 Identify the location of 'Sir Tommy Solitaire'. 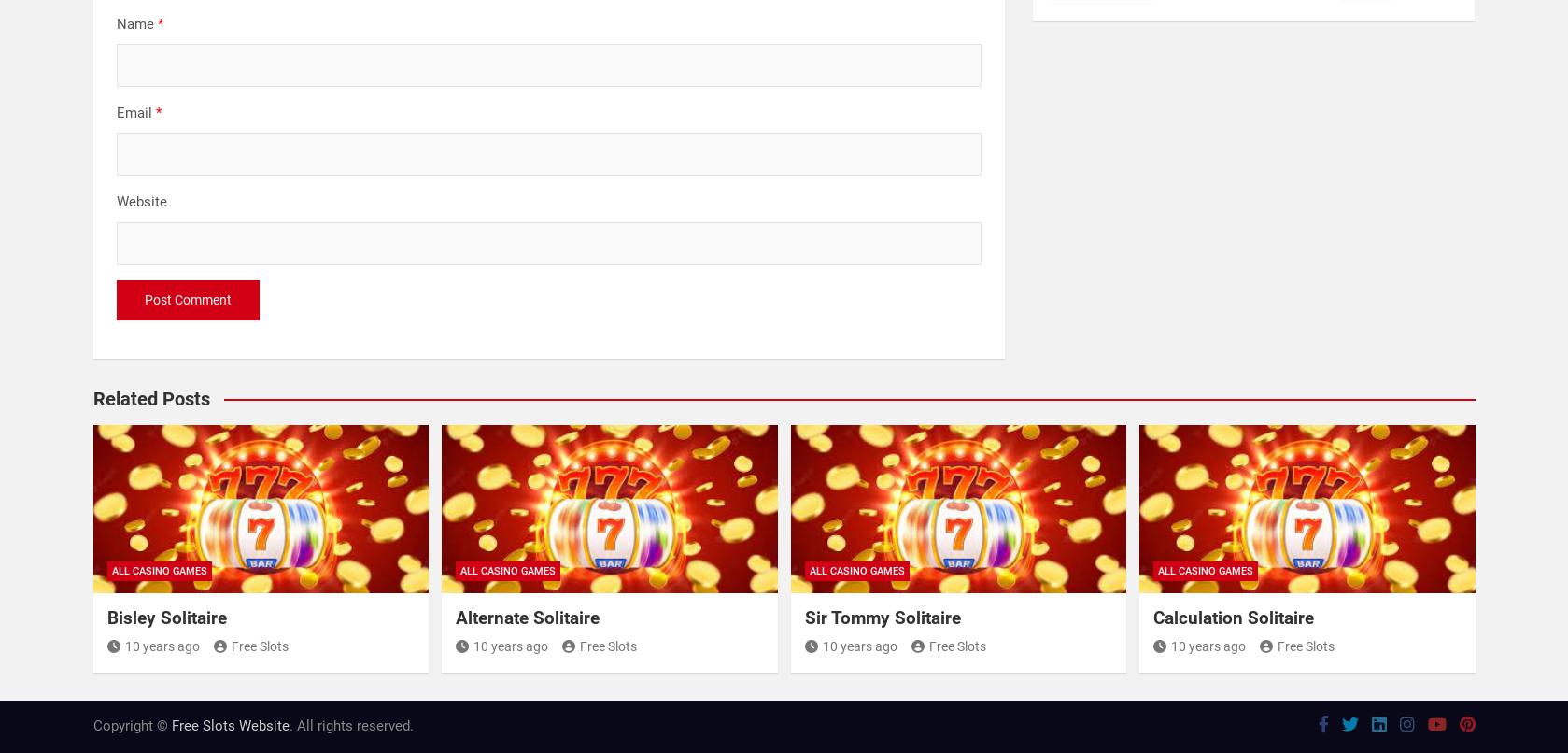
(881, 617).